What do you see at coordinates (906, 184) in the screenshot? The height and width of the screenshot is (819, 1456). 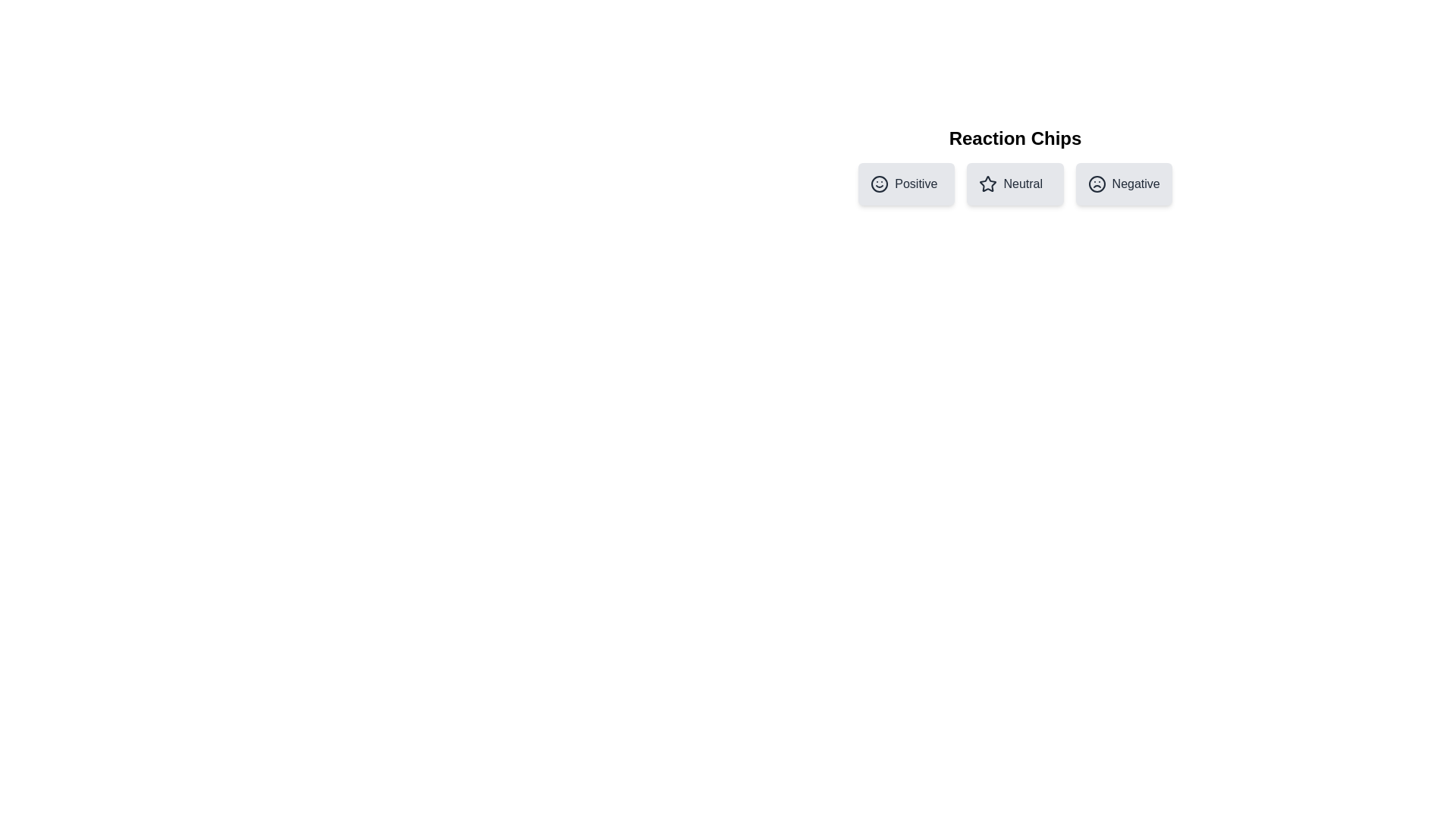 I see `the chip labeled Positive` at bounding box center [906, 184].